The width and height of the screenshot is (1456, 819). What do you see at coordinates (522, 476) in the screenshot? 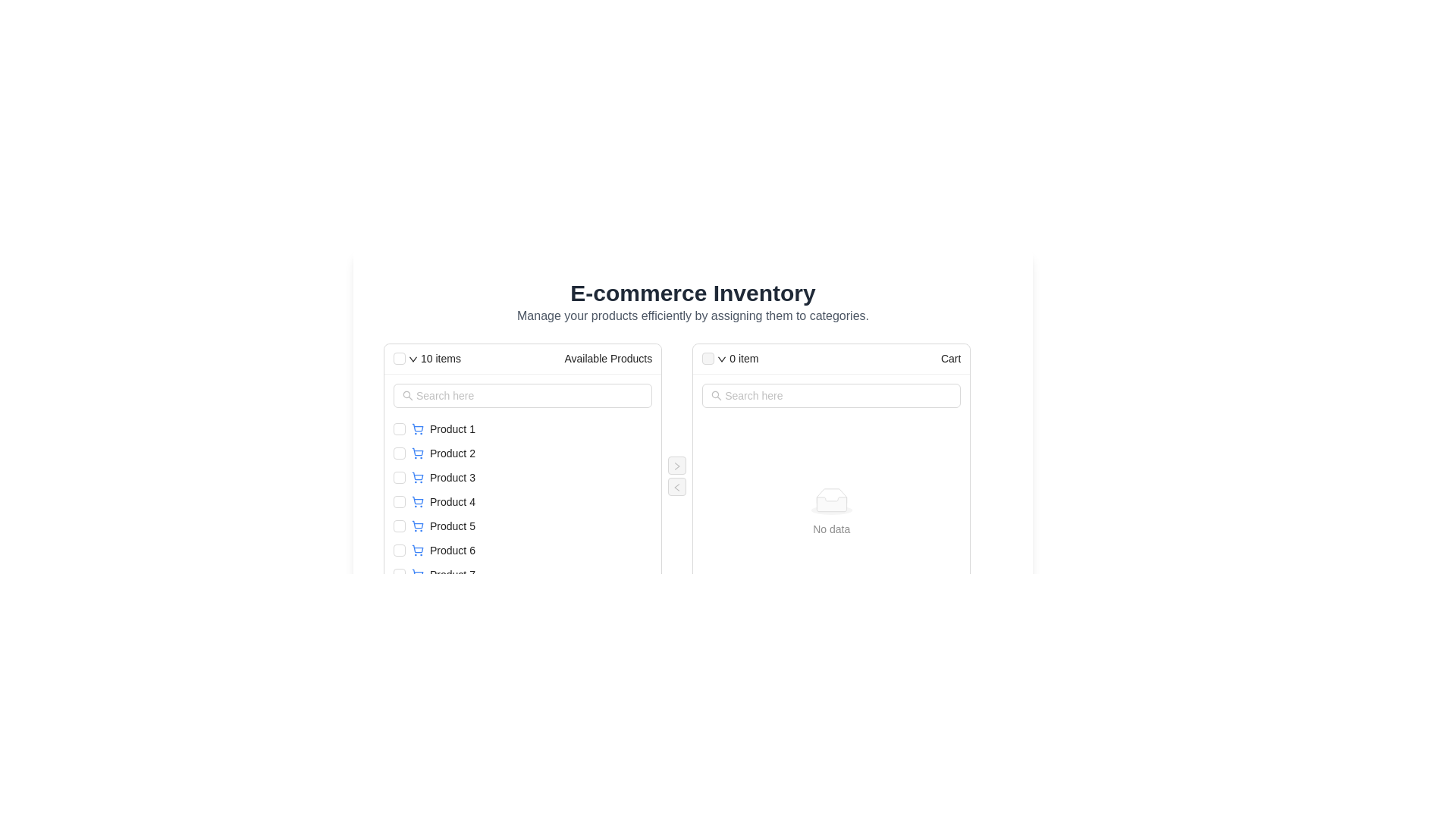
I see `the list item labeled 'Product 3' in the 'Available Products' section` at bounding box center [522, 476].